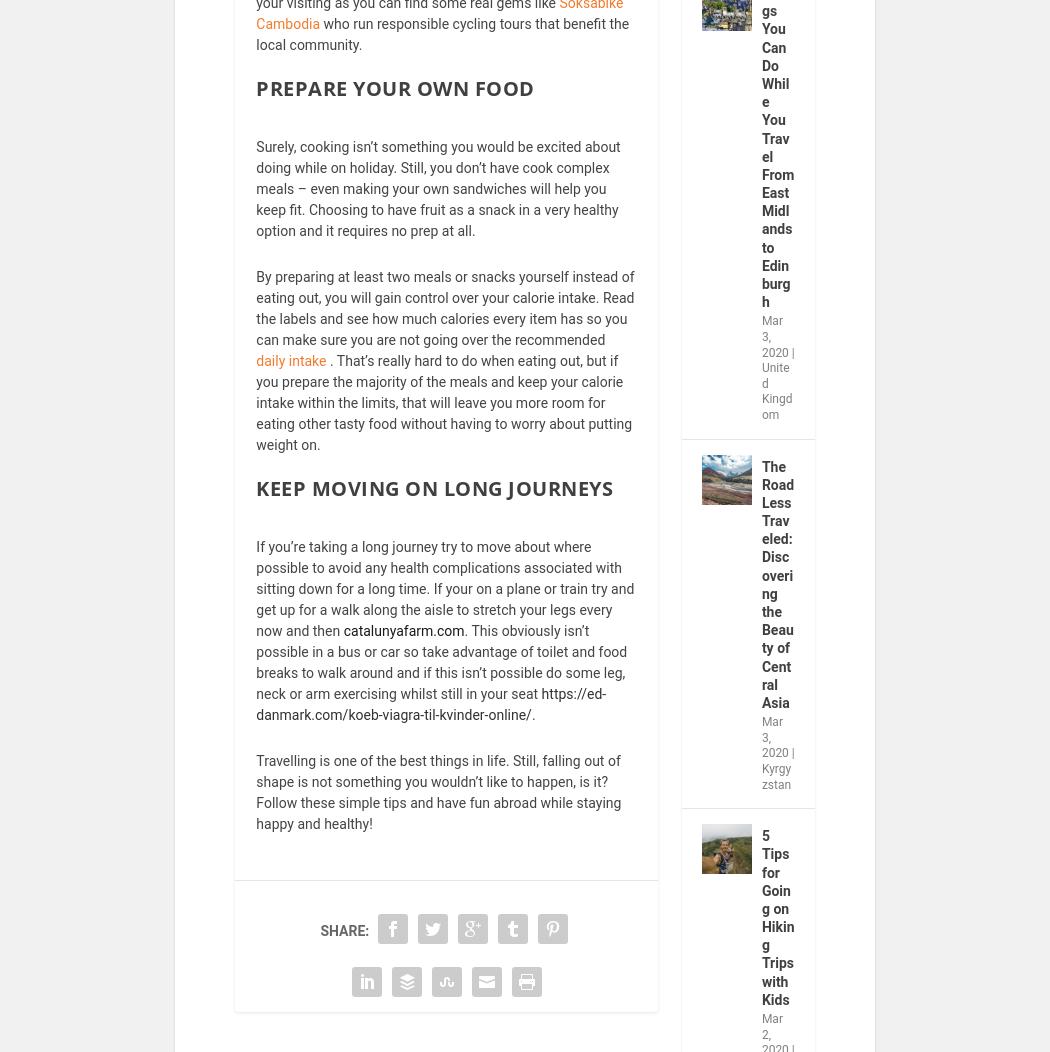  Describe the element at coordinates (403, 642) in the screenshot. I see `'catalunyafarm.com'` at that location.